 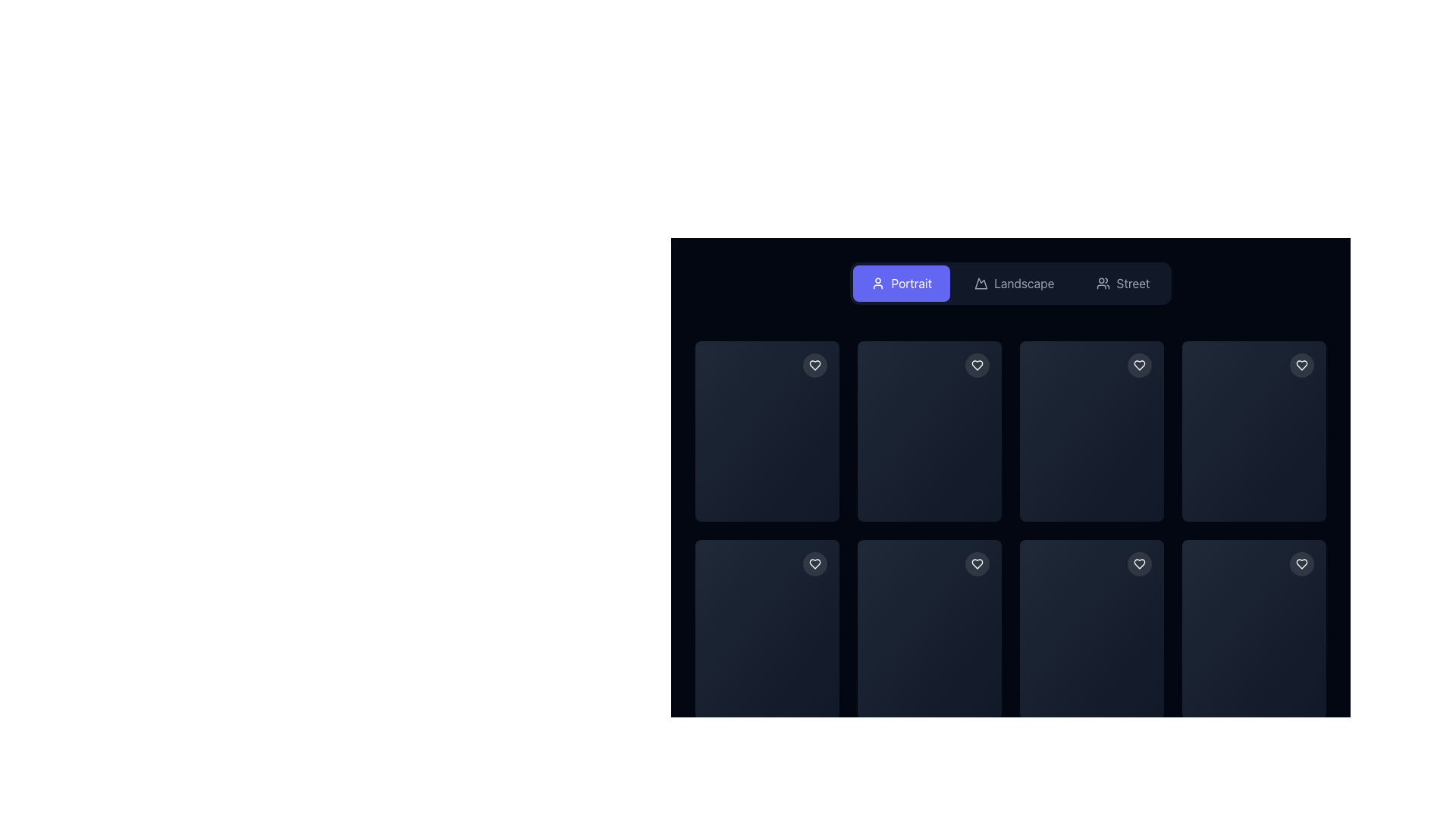 I want to click on the circular button with a white heart icon located in the top-right corner of the card, so click(x=1301, y=366).